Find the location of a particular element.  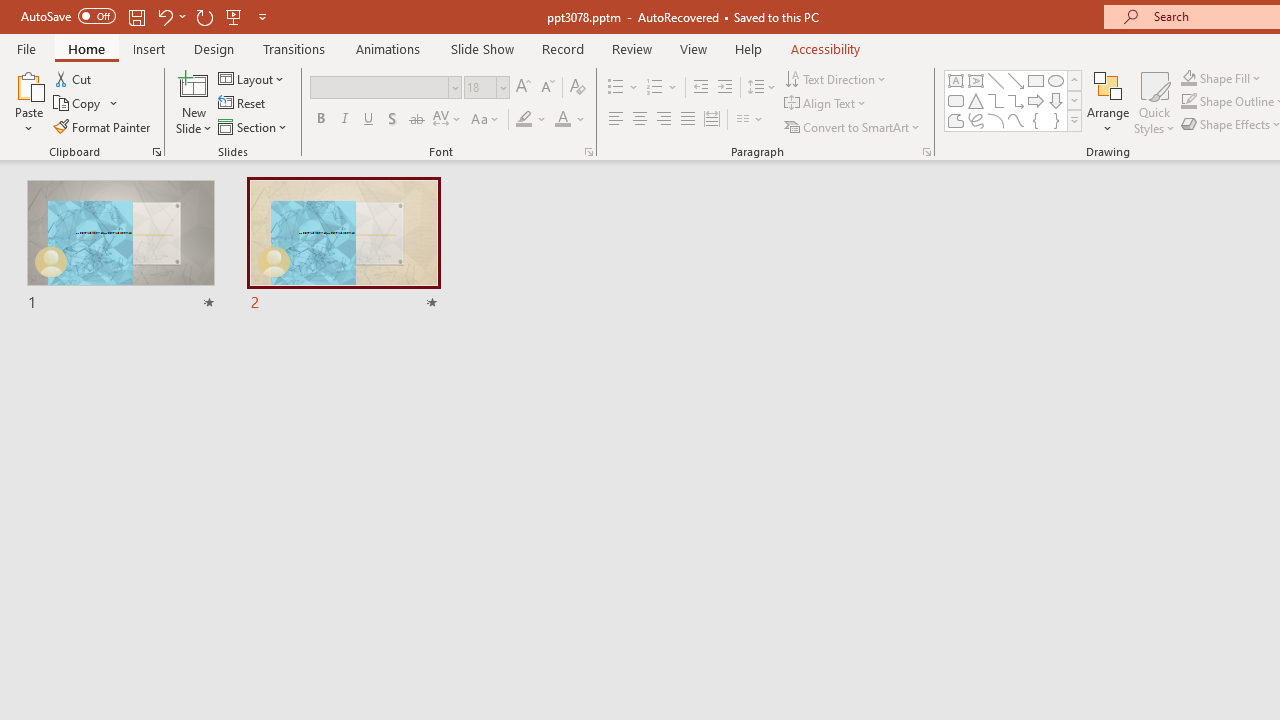

'Text Box' is located at coordinates (955, 80).